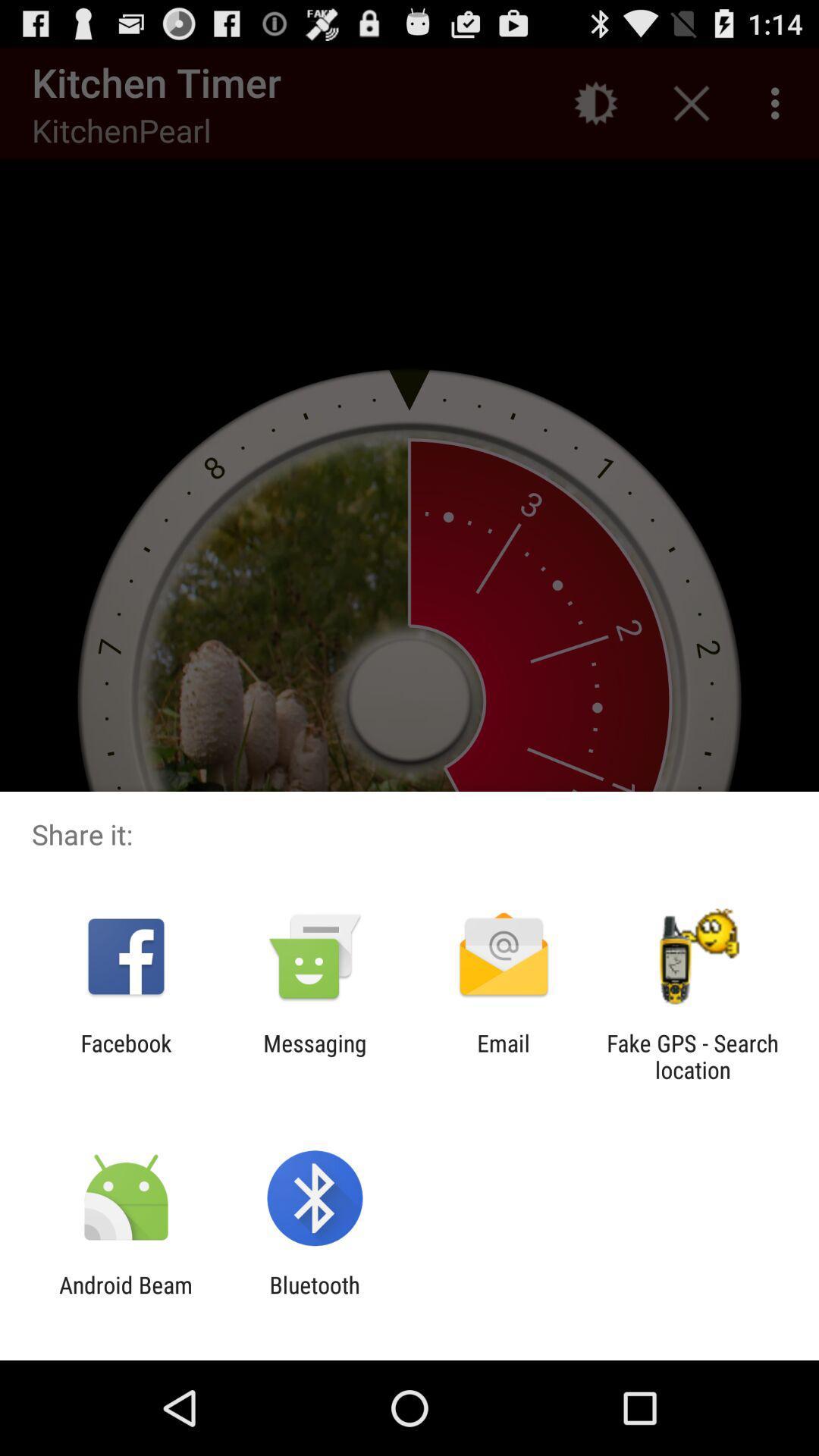  What do you see at coordinates (314, 1298) in the screenshot?
I see `the bluetooth item` at bounding box center [314, 1298].